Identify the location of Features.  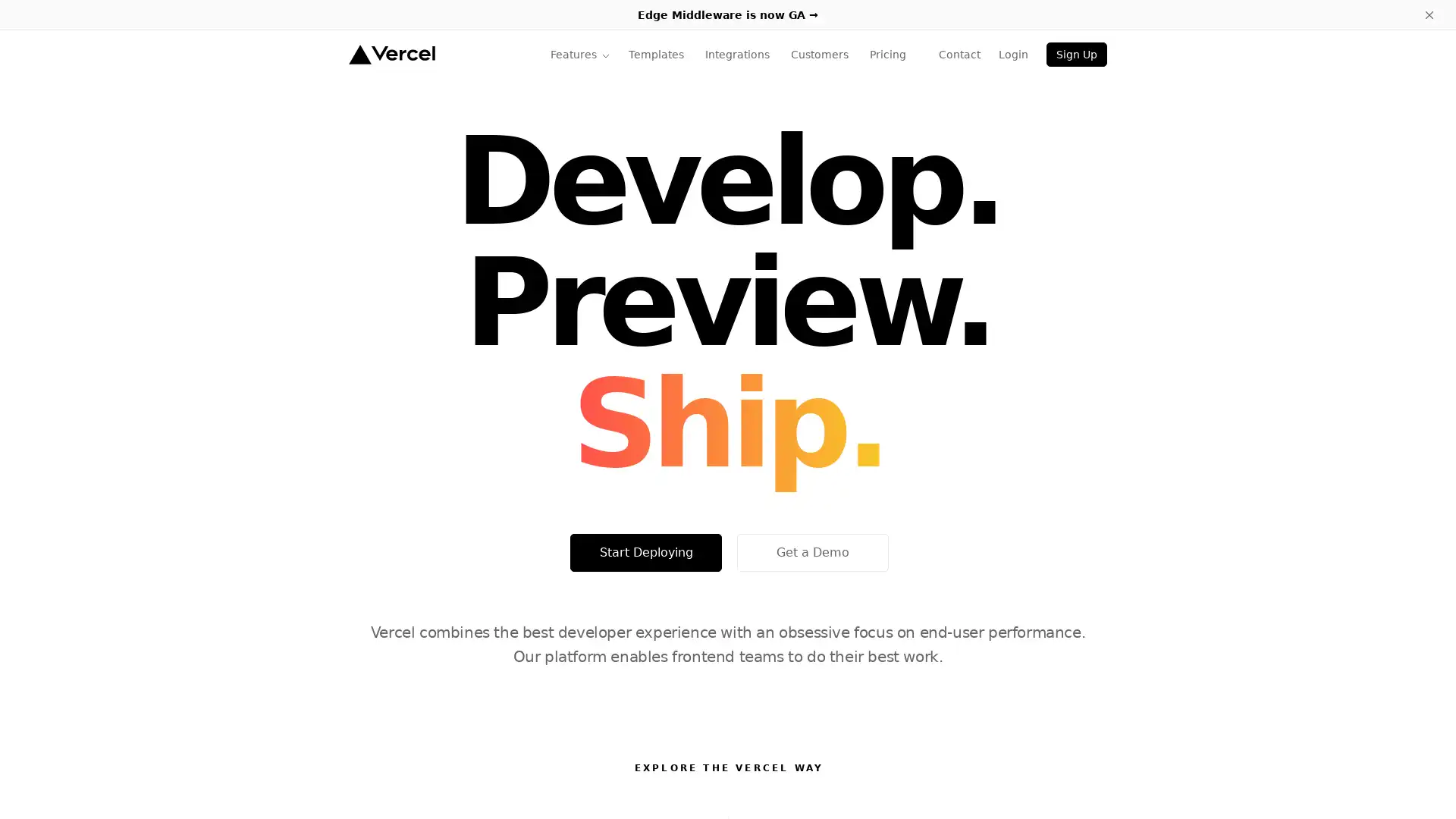
(579, 54).